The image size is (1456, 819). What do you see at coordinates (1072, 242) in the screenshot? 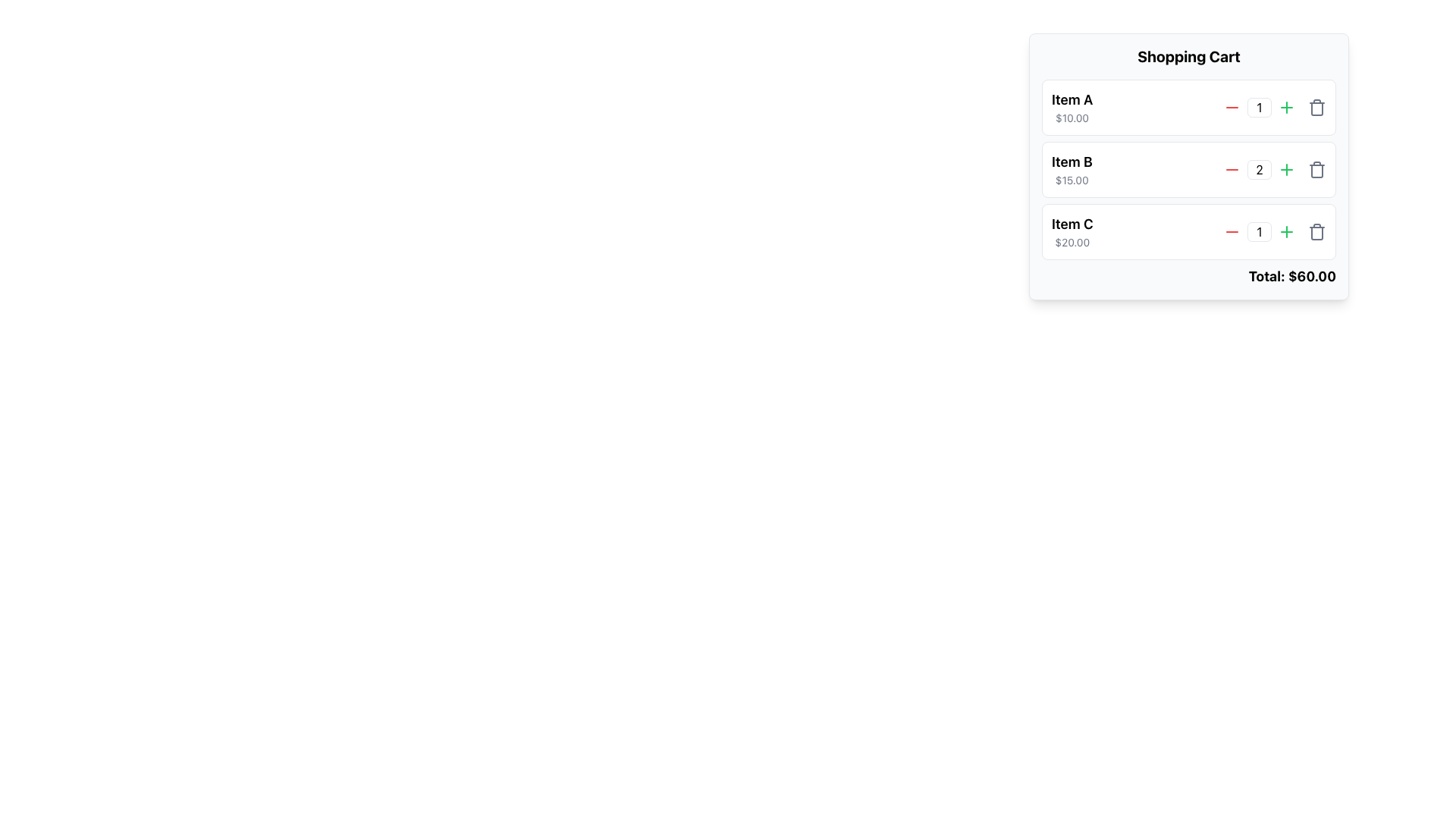
I see `the static text displaying the price '$20.00' located in the 'Item C' row of the shopping cart interface` at bounding box center [1072, 242].